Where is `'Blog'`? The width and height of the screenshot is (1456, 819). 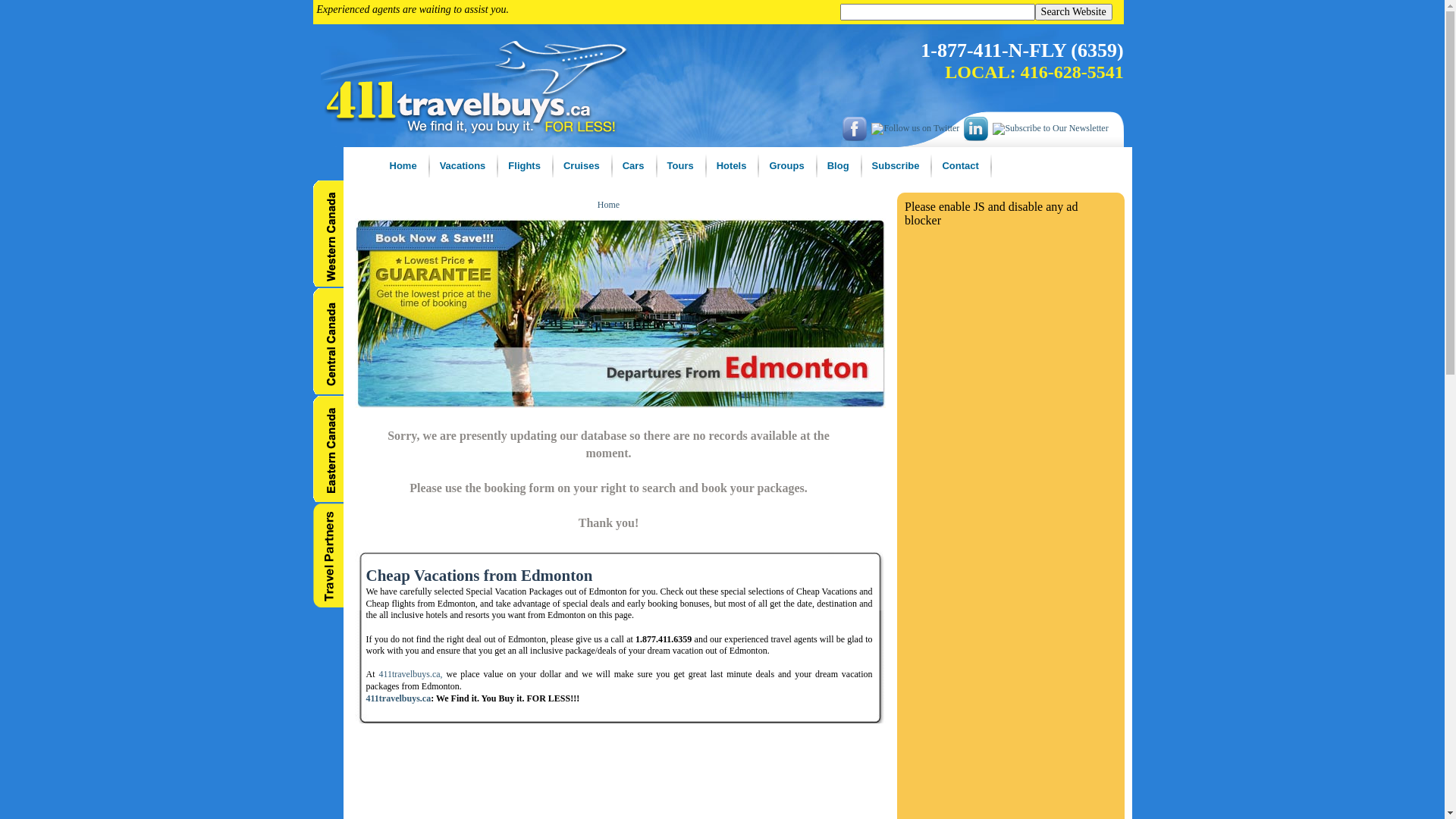 'Blog' is located at coordinates (838, 166).